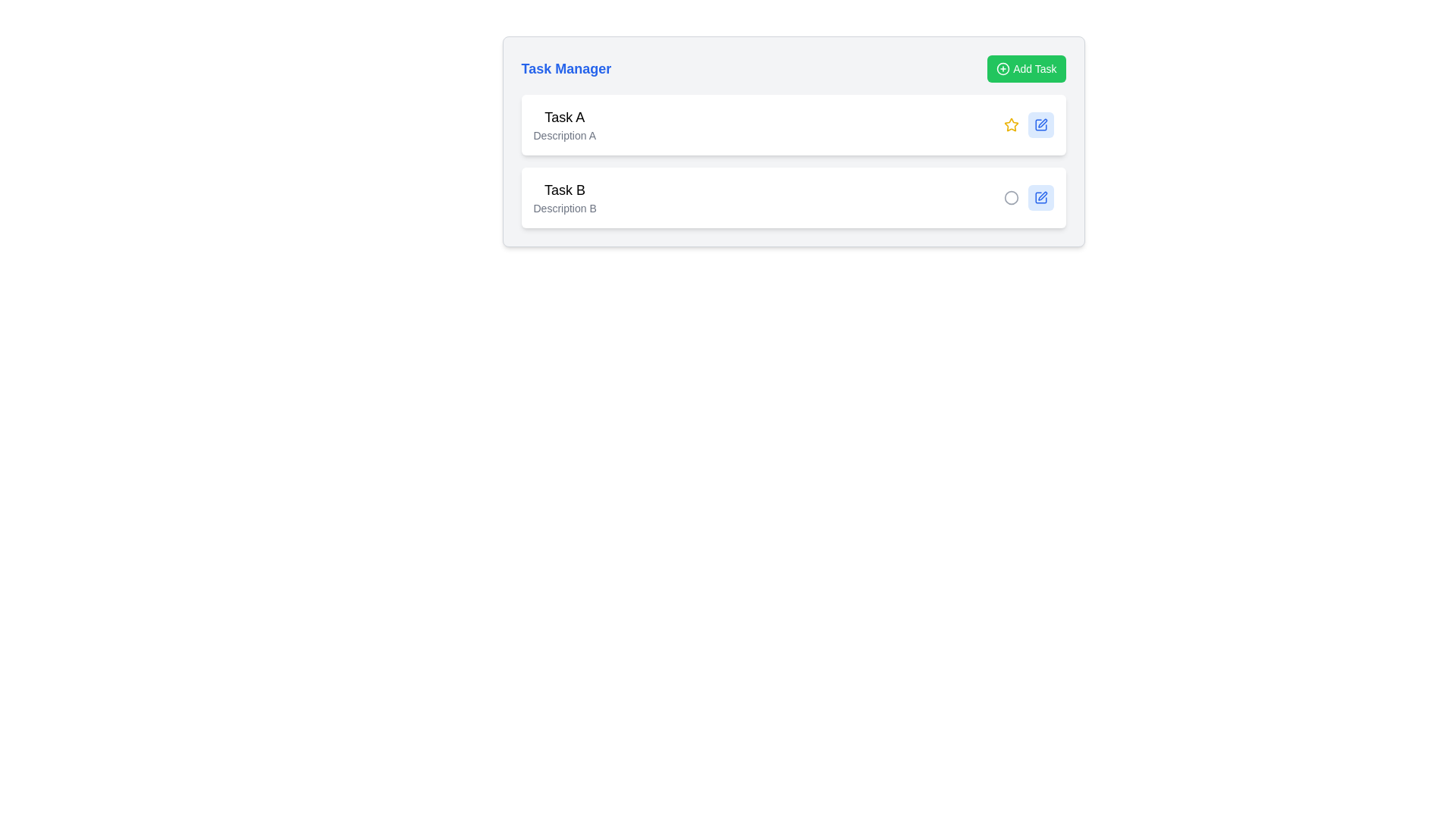 This screenshot has height=819, width=1456. I want to click on the SVG circle that represents the state or status for the second task, positioned to the right of the task's text description, so click(1011, 197).